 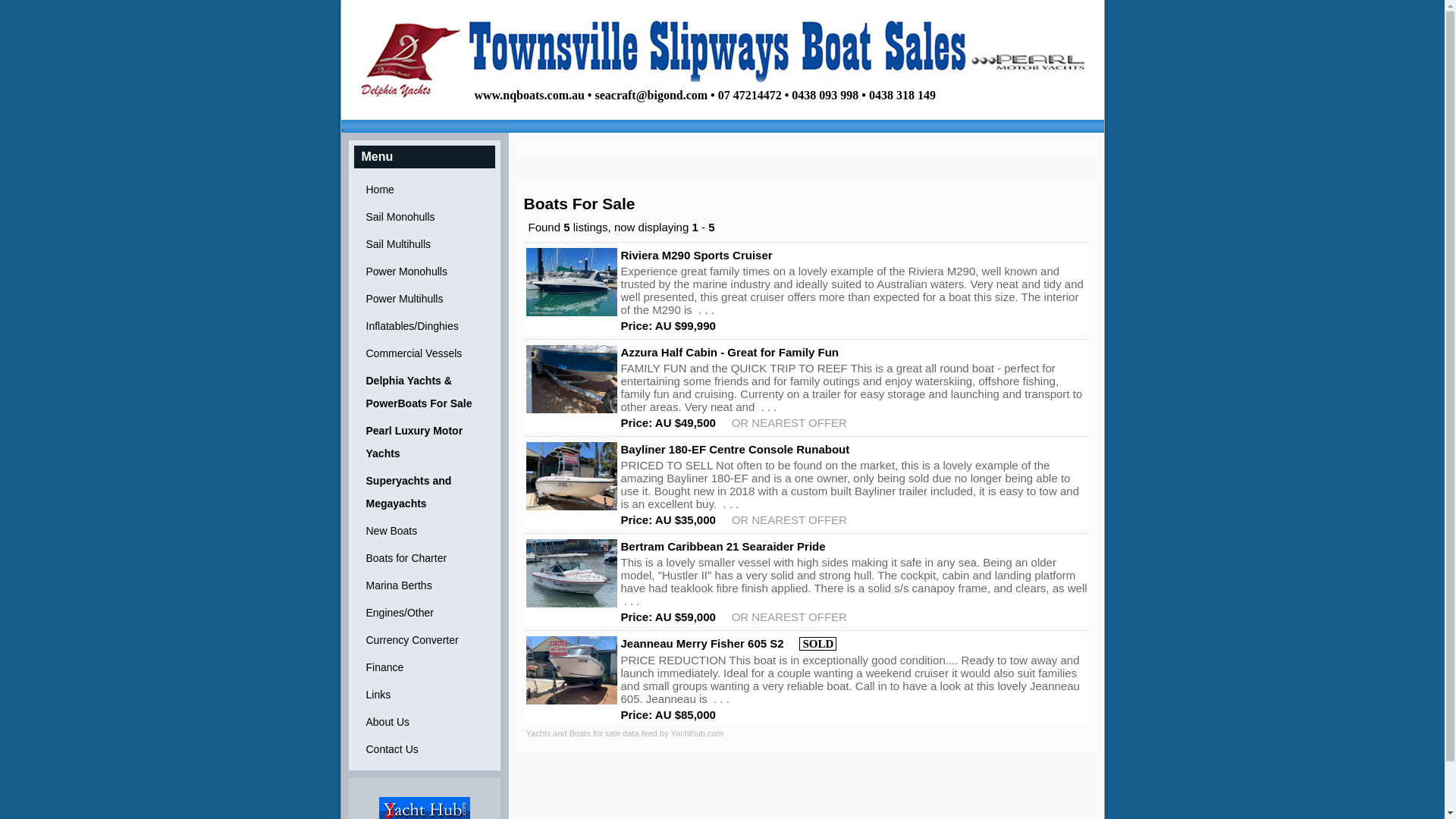 I want to click on 'Sail Monohulls', so click(x=425, y=216).